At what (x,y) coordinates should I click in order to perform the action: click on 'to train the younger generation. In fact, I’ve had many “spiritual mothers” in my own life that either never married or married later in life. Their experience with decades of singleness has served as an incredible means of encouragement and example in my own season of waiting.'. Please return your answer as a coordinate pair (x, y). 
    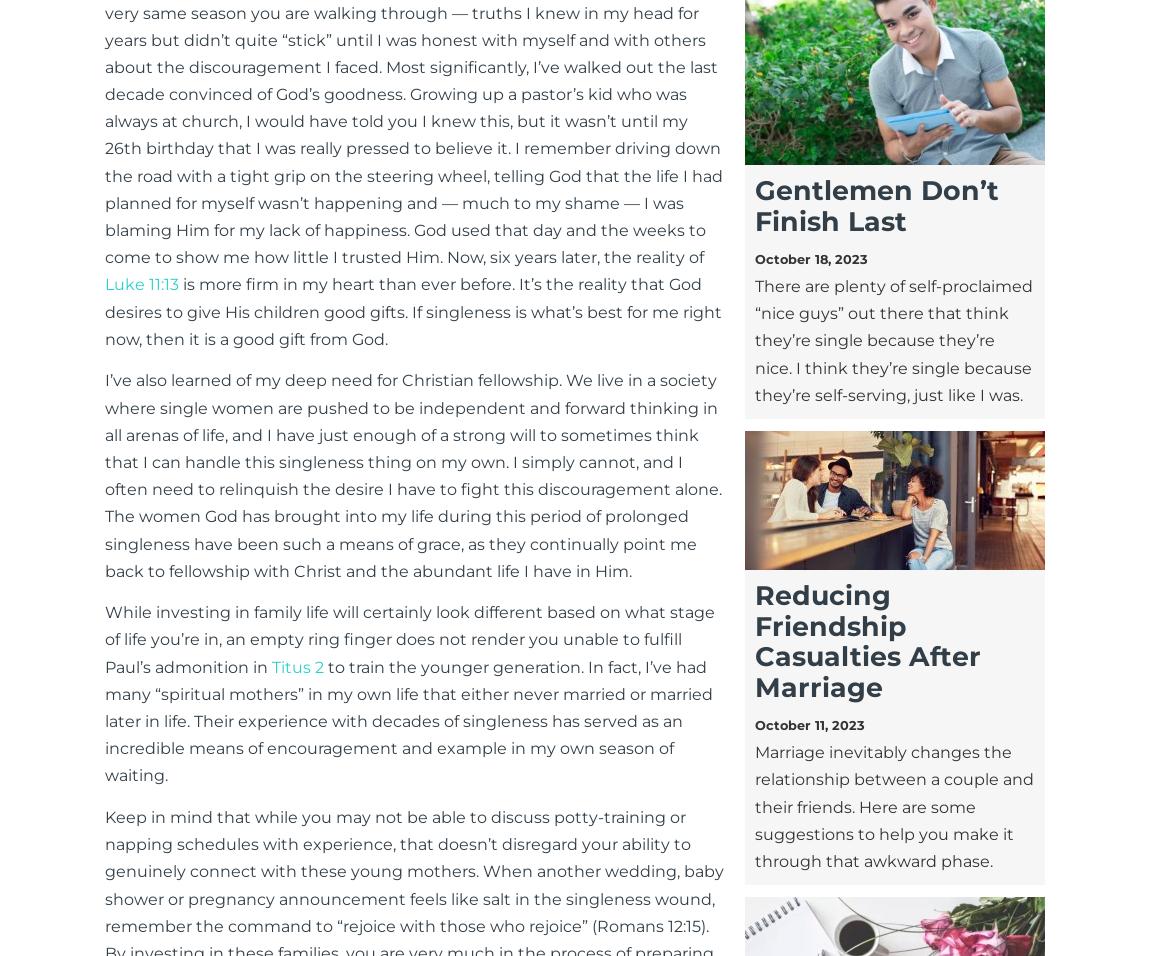
    Looking at the image, I should click on (103, 720).